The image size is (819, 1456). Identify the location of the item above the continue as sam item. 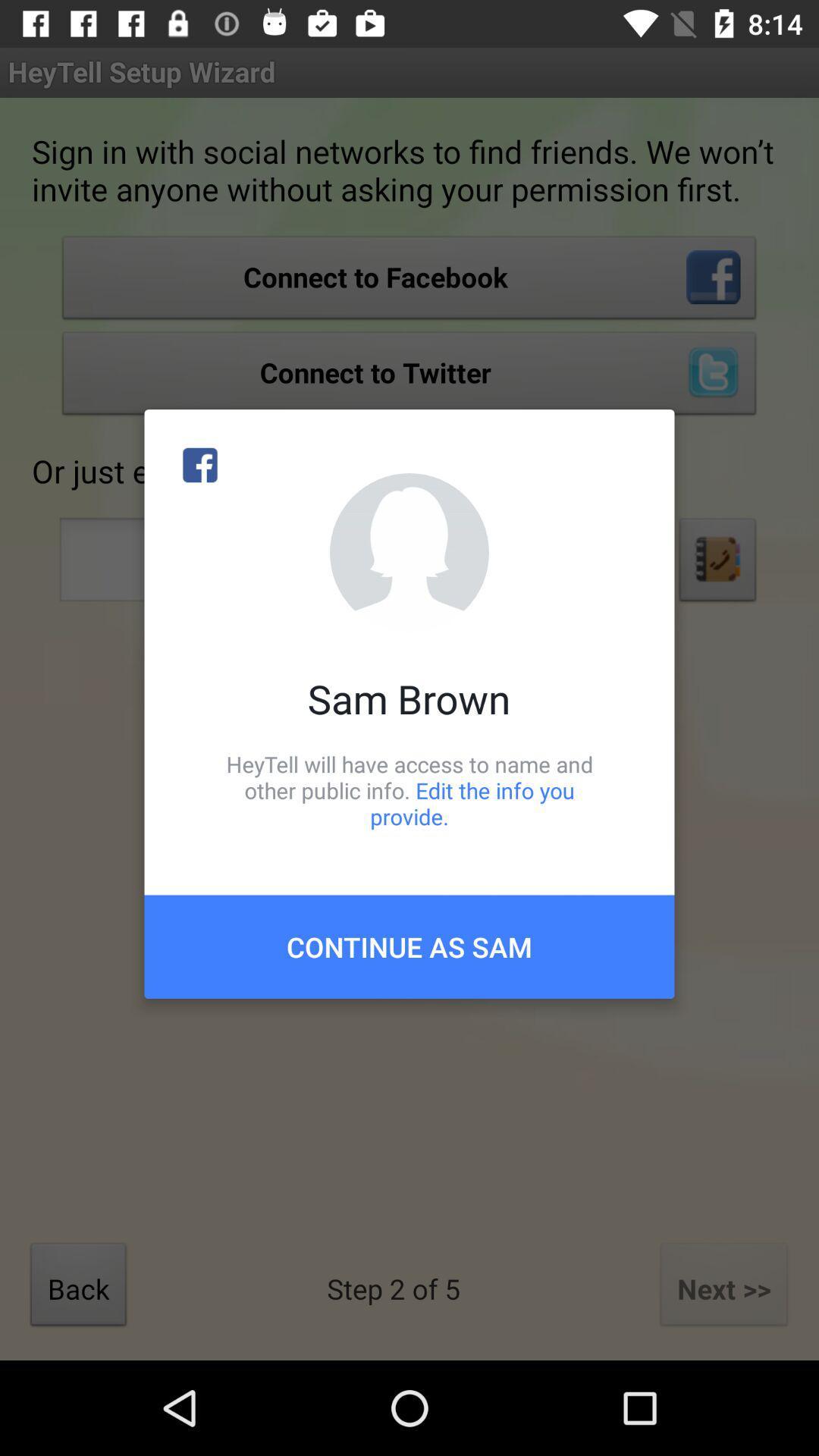
(409, 789).